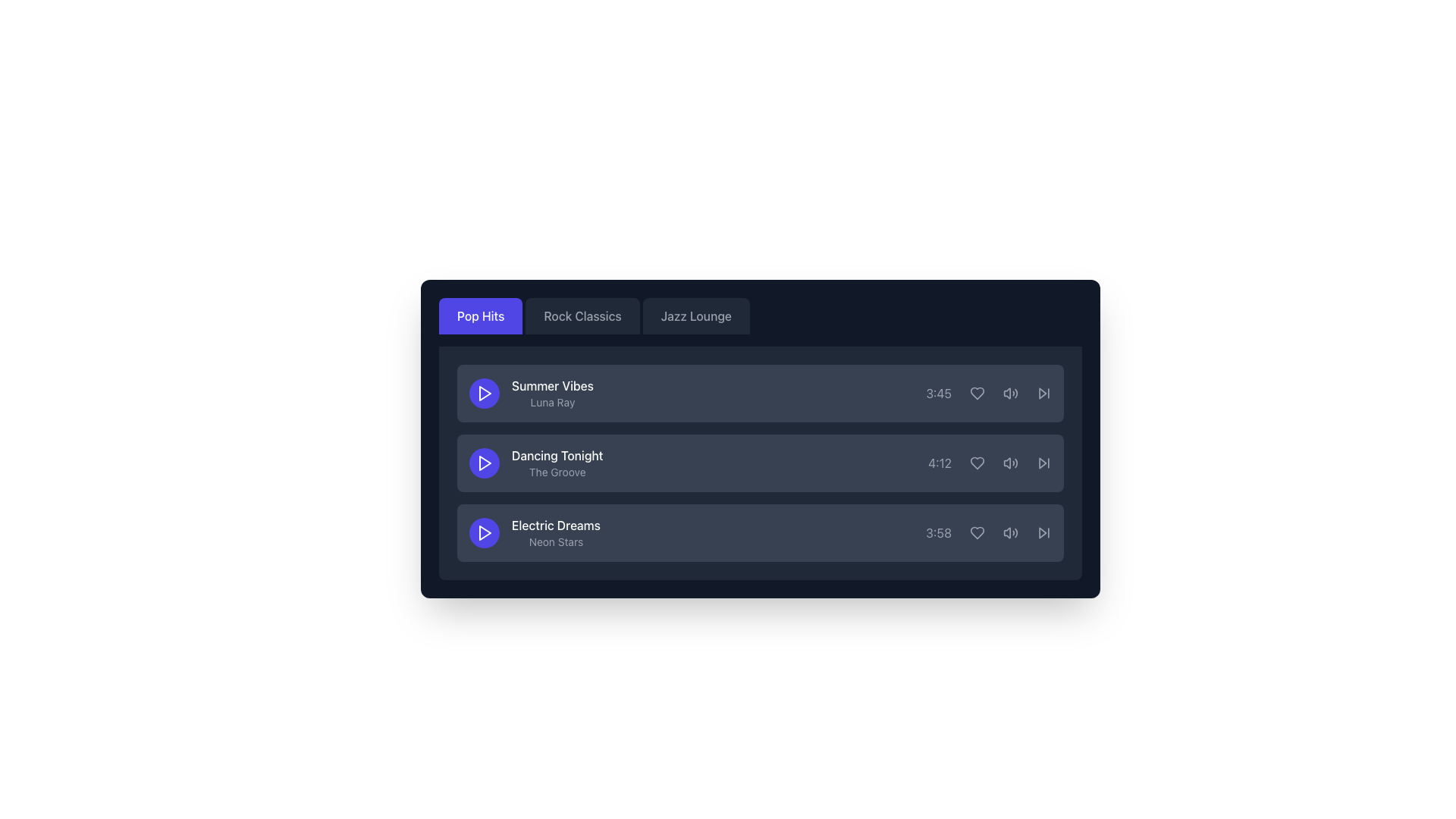  Describe the element at coordinates (582, 315) in the screenshot. I see `the 'Rock Classics' tab for keyboard navigation by targeting the button with a dark gray background and lighter gray text` at that location.